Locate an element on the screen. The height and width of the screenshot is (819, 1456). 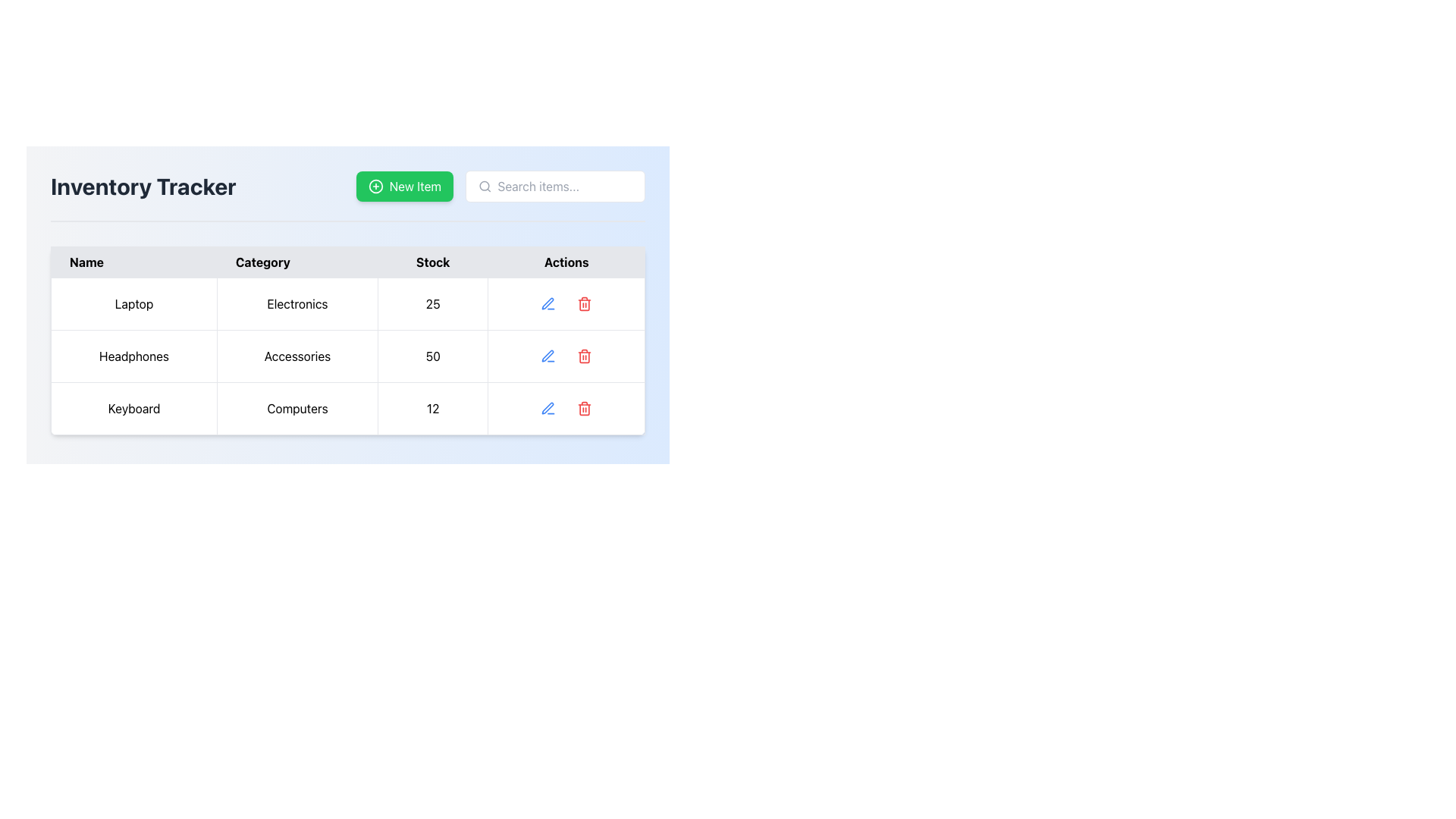
the delete button located in the 'Actions' column of the second row in the data table, positioned to the right of the blue pencil icon is located at coordinates (584, 356).